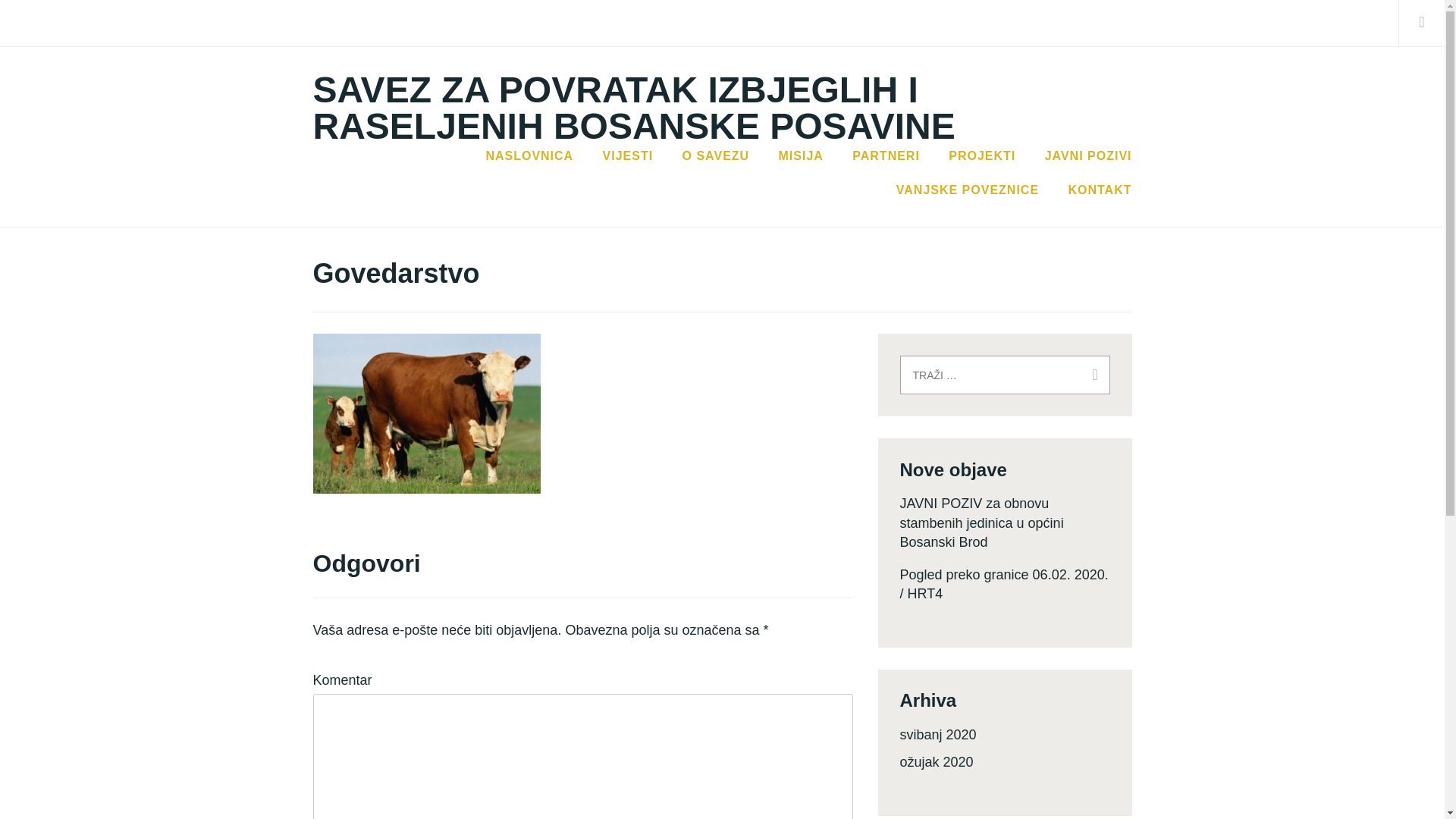 This screenshot has width=1456, height=819. I want to click on 'Pogled preko granice 06.02. 2020. / HRT4', so click(1003, 583).